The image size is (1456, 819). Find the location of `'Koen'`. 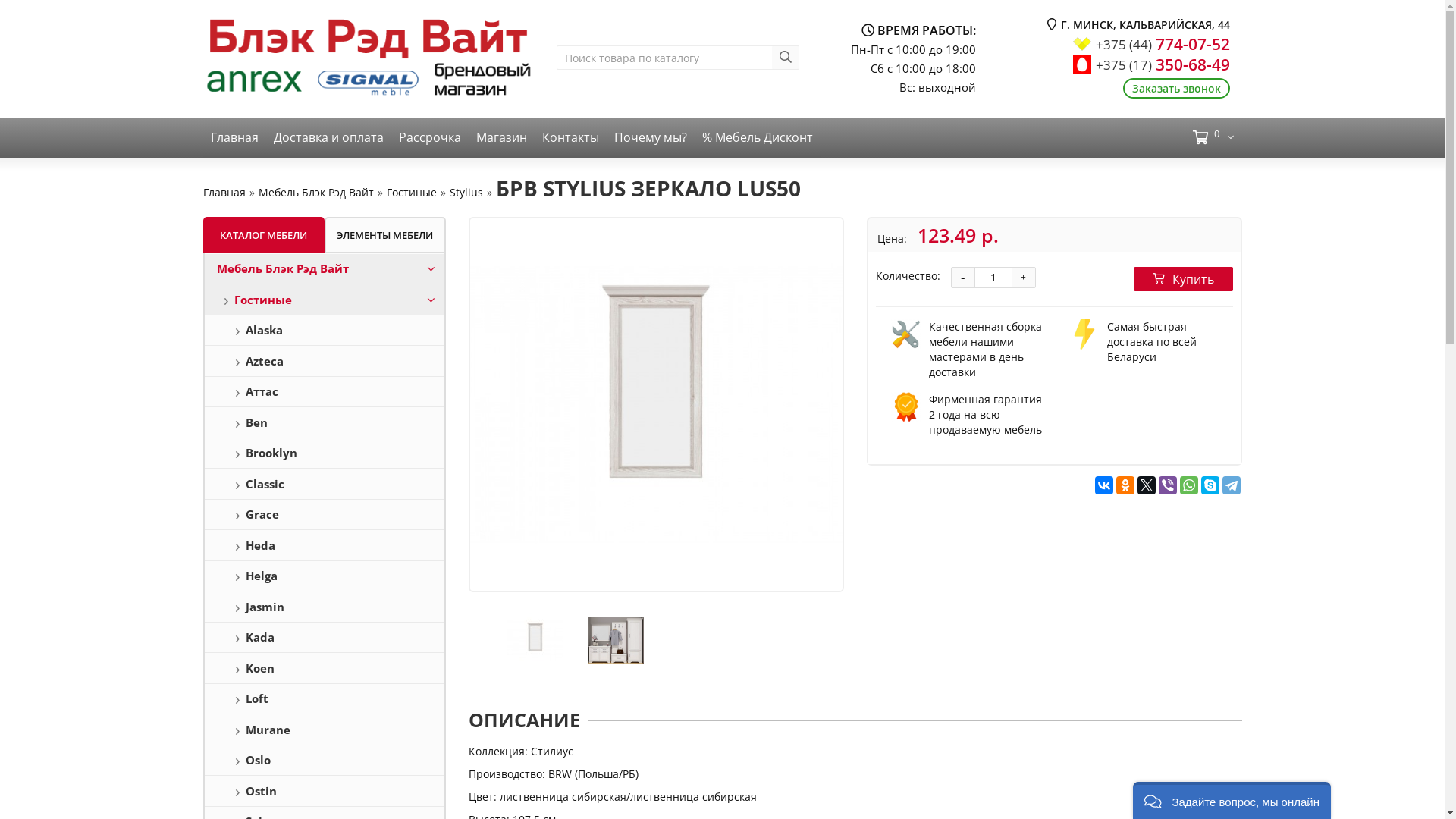

'Koen' is located at coordinates (323, 667).